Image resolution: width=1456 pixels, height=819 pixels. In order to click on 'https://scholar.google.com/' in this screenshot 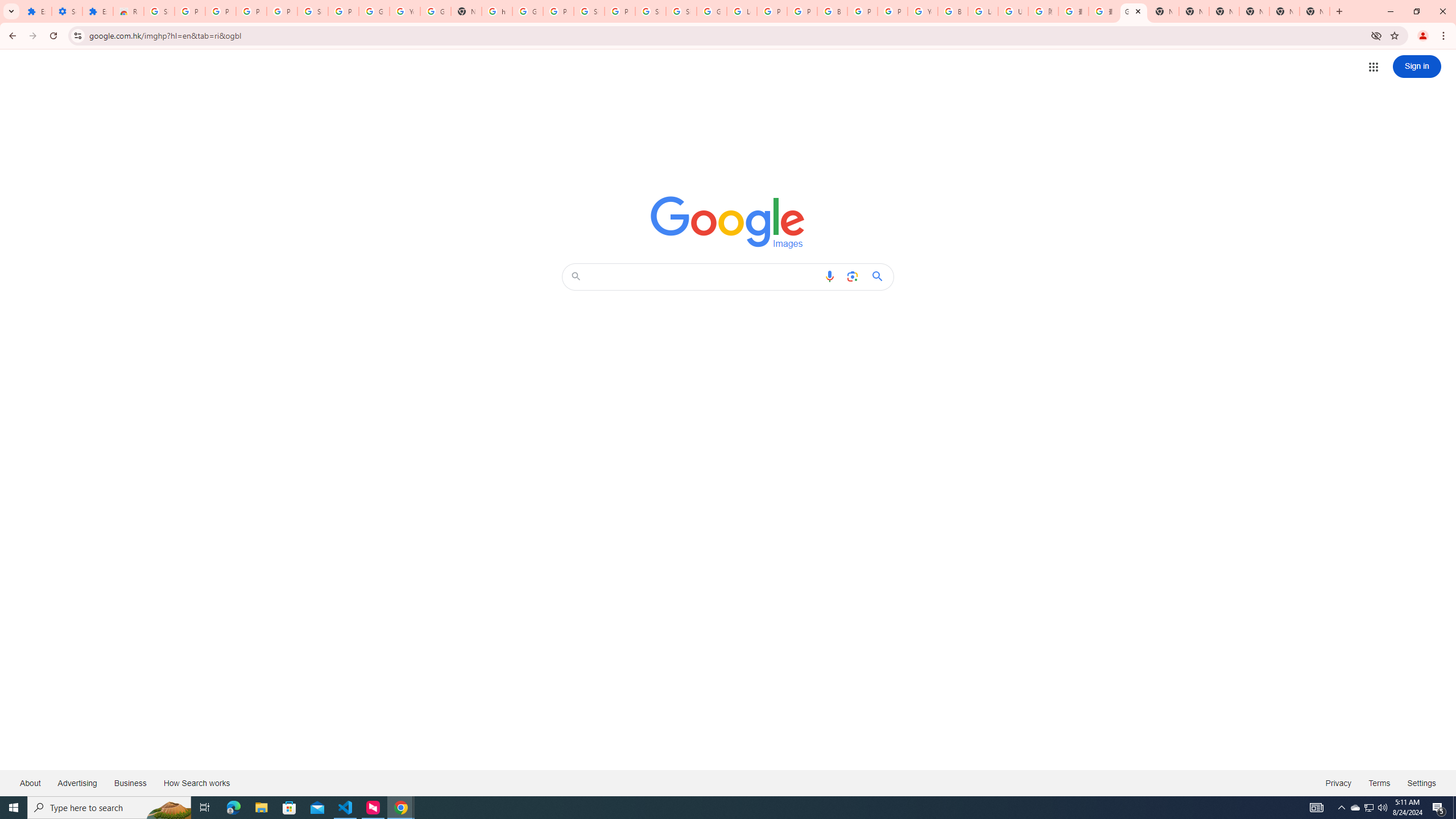, I will do `click(496, 11)`.